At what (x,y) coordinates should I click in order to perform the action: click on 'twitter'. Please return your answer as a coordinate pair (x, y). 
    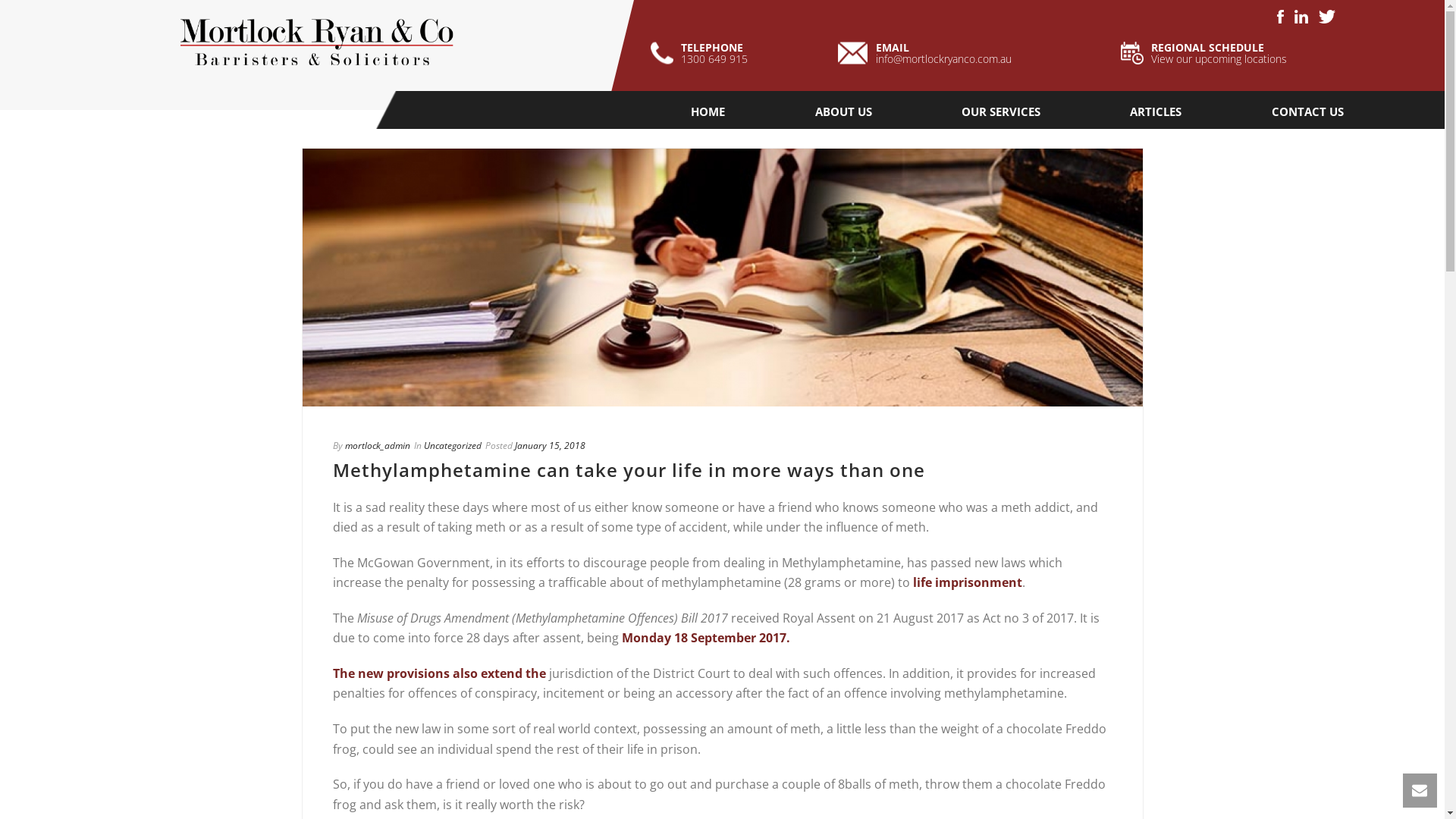
    Looking at the image, I should click on (1317, 17).